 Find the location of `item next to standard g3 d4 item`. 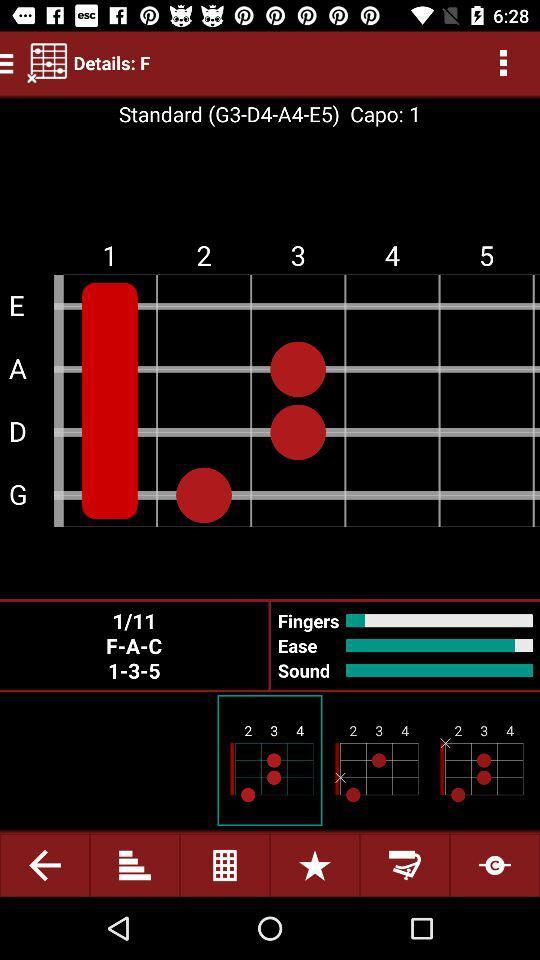

item next to standard g3 d4 item is located at coordinates (380, 114).